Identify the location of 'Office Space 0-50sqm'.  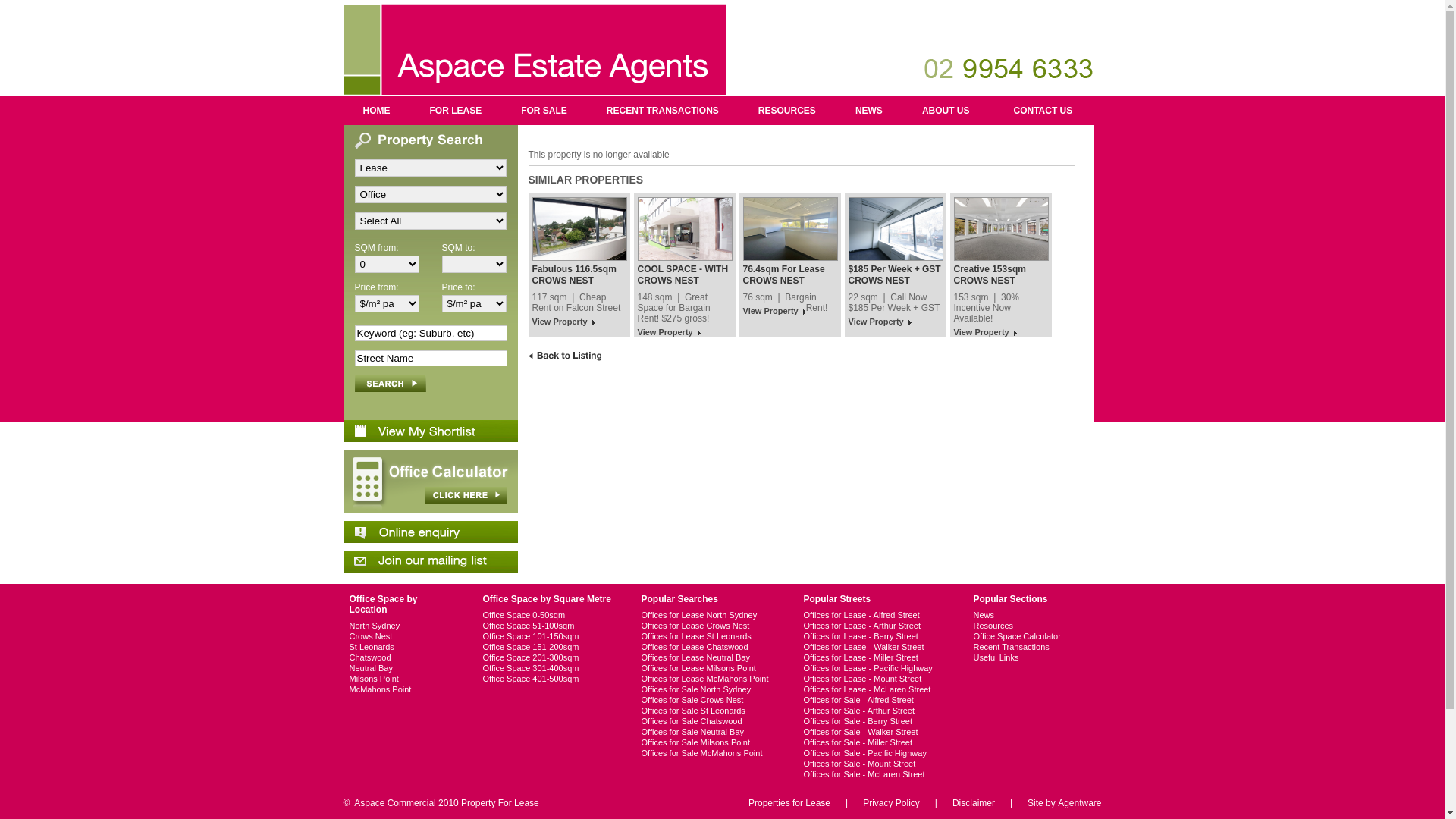
(548, 614).